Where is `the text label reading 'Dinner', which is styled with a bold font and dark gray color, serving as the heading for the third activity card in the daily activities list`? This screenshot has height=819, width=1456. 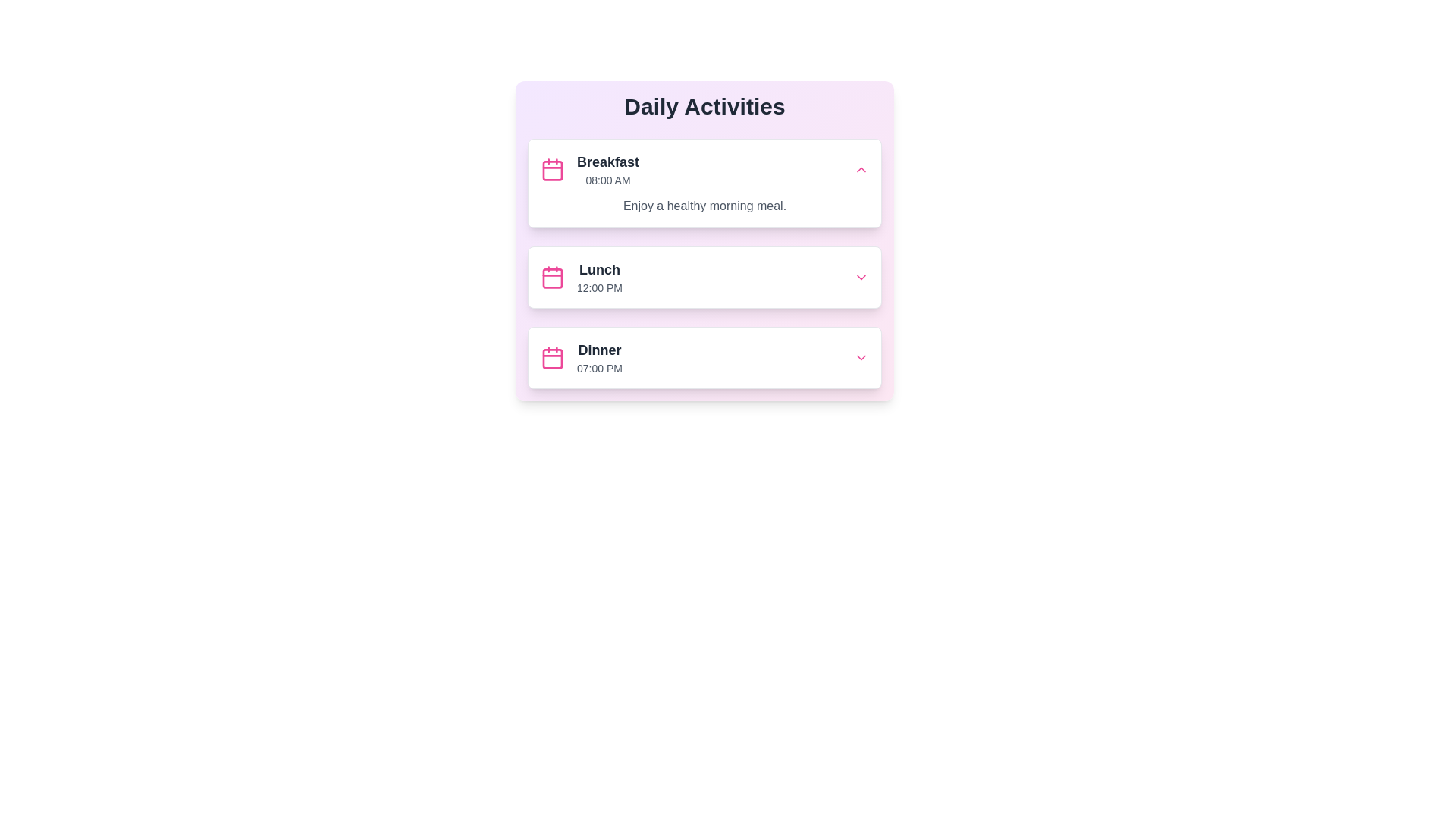
the text label reading 'Dinner', which is styled with a bold font and dark gray color, serving as the heading for the third activity card in the daily activities list is located at coordinates (599, 350).